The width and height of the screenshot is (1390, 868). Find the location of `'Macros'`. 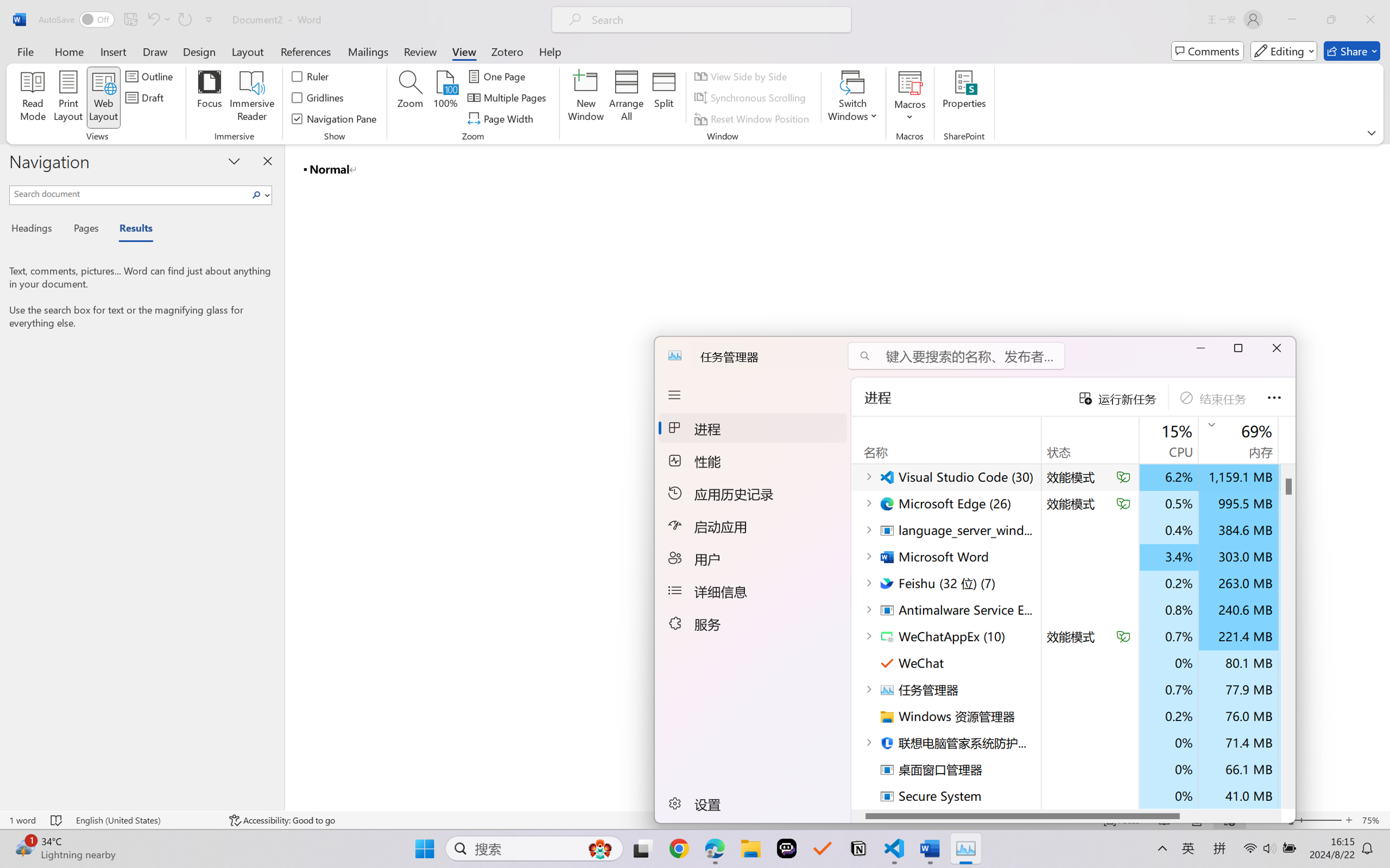

'Macros' is located at coordinates (909, 98).